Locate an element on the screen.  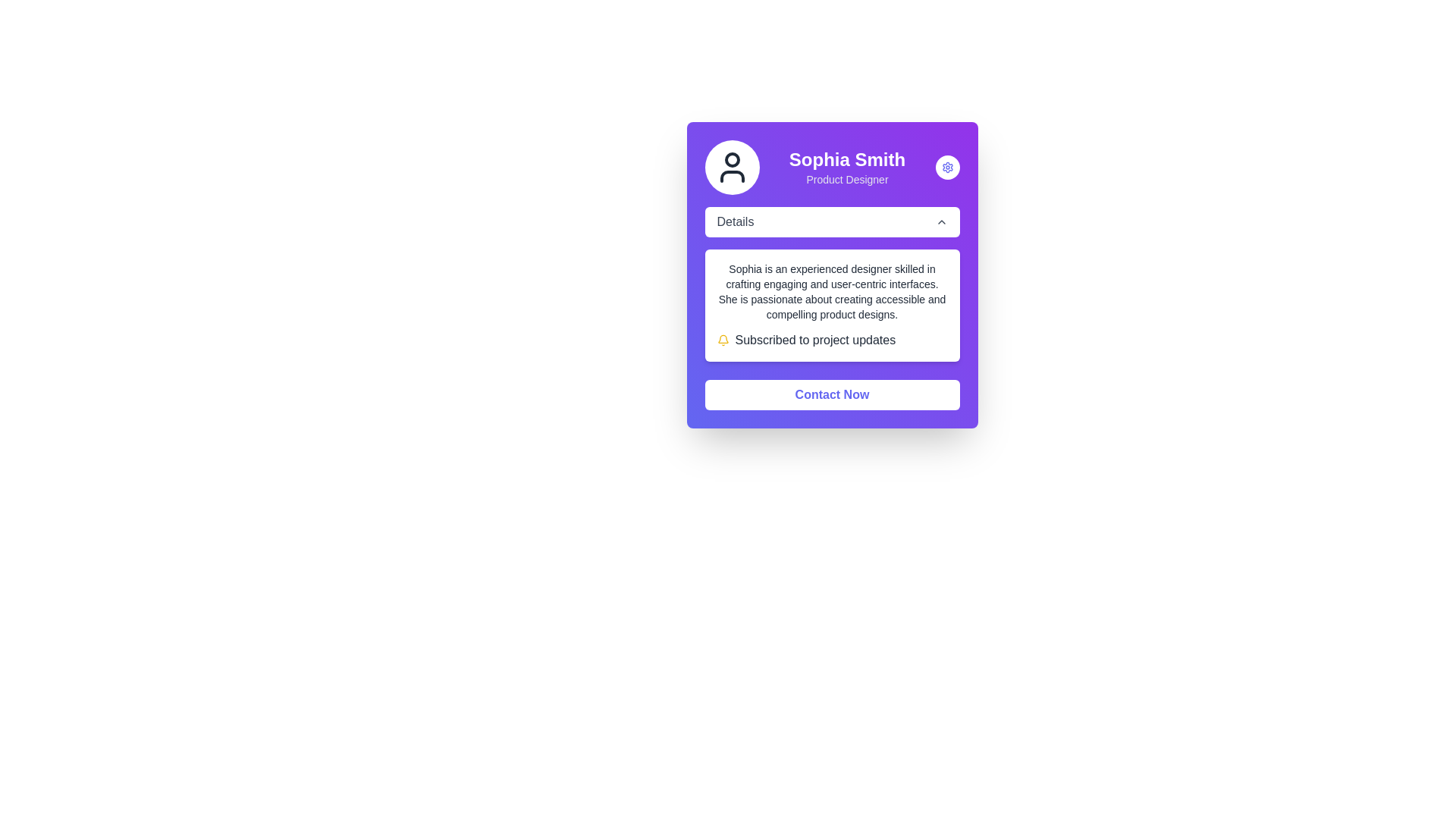
the 'Details' label text, which is displayed in dark-gray font on a white background within a purple card interface is located at coordinates (735, 222).